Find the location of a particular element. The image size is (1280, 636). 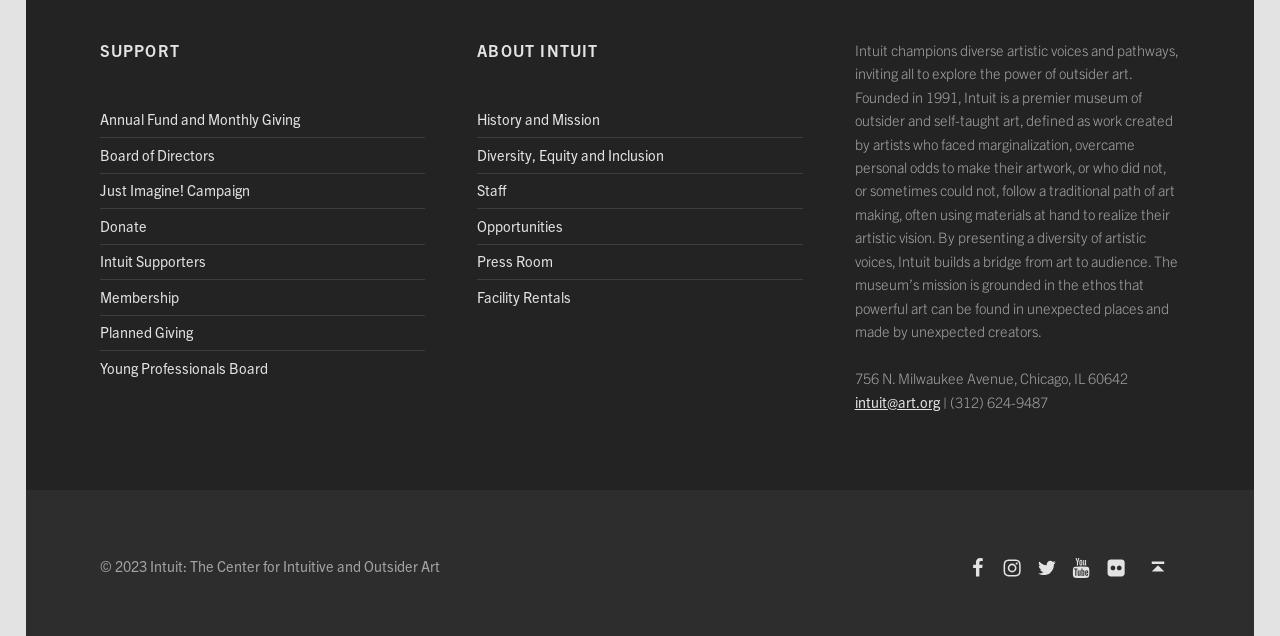

'History and Mission' is located at coordinates (538, 118).